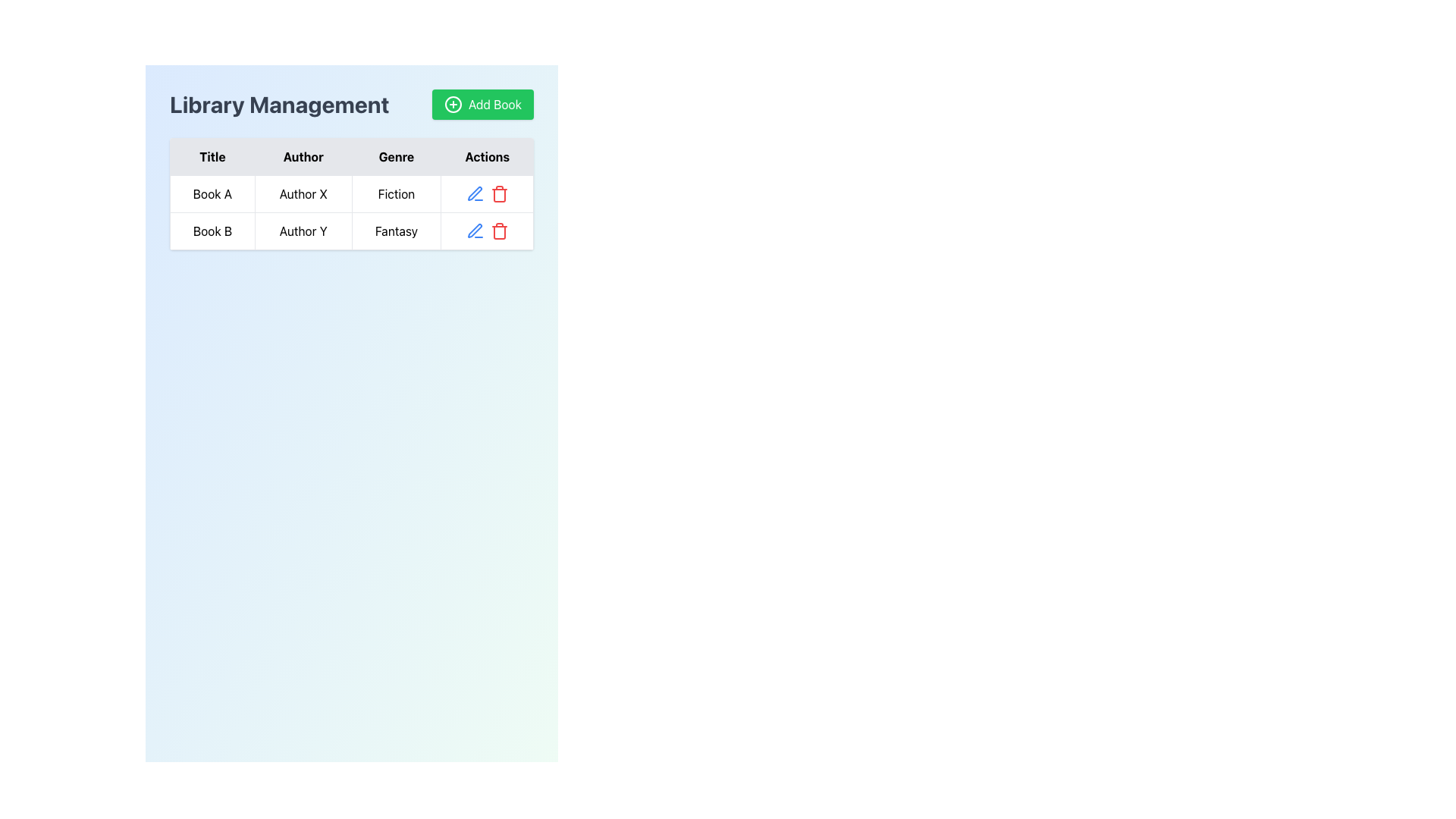 This screenshot has width=1456, height=819. Describe the element at coordinates (212, 193) in the screenshot. I see `the text label displaying 'Book A' in bold font, located in the first row of the table under the 'Title' column of the 'Library Management' interface` at that location.